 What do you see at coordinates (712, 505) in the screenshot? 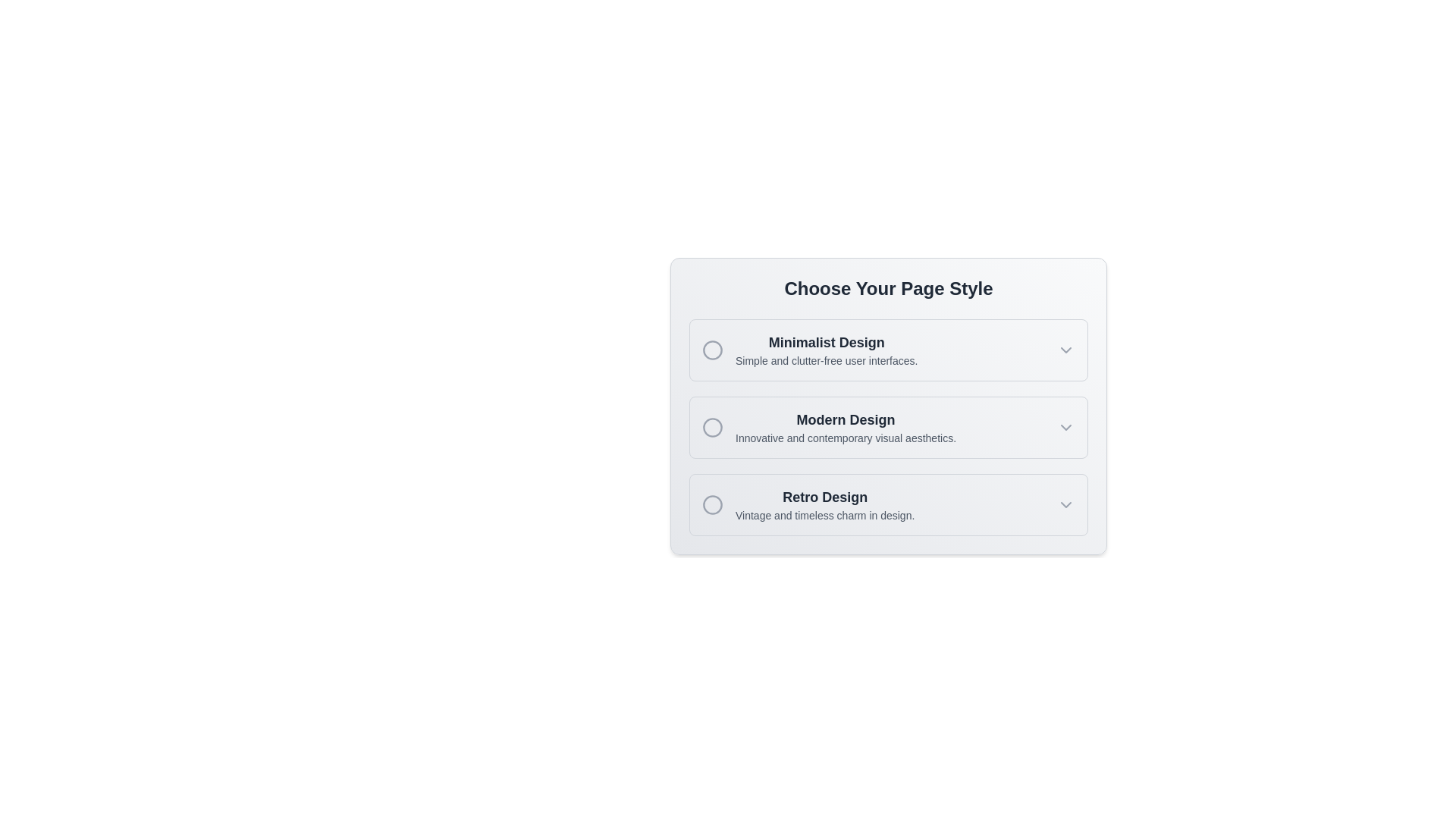
I see `the circular radio button styled with a thin border and filled center, located to the left of the 'Retro Design' text label in the 'Choose Your Page Style' section` at bounding box center [712, 505].